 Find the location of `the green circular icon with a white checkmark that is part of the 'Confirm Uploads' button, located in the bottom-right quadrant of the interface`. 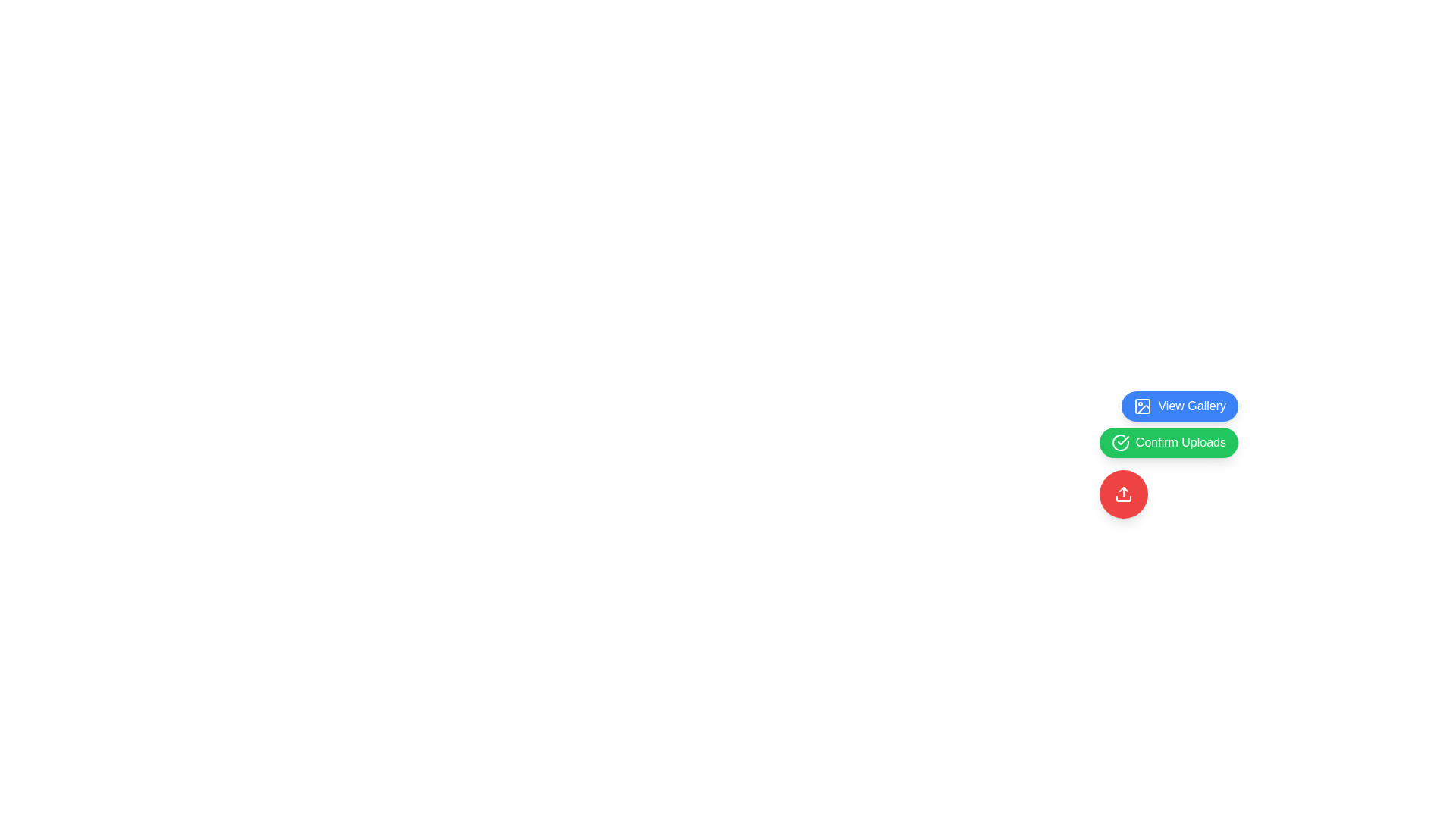

the green circular icon with a white checkmark that is part of the 'Confirm Uploads' button, located in the bottom-right quadrant of the interface is located at coordinates (1120, 442).